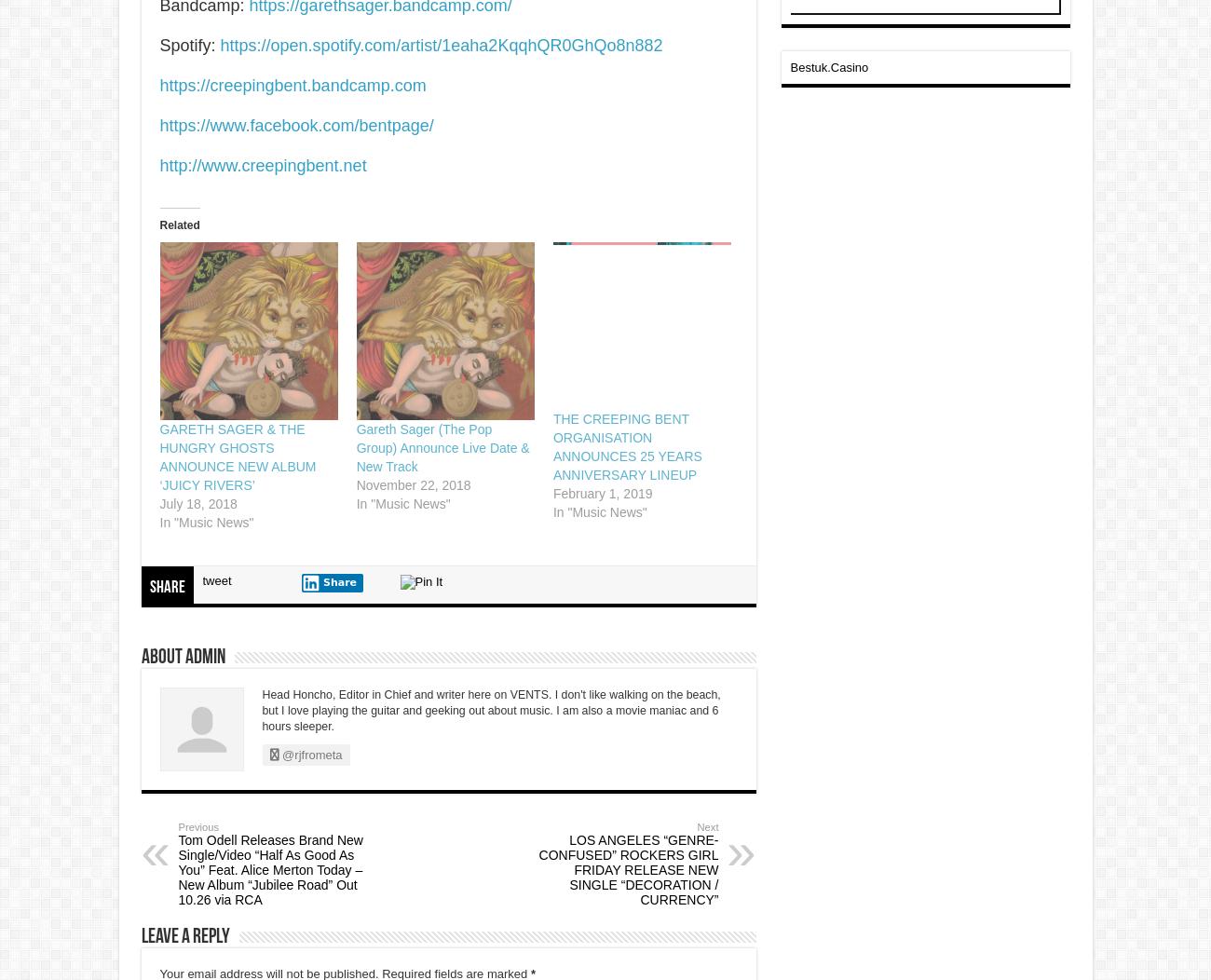 Image resolution: width=1211 pixels, height=980 pixels. I want to click on 'Head Honcho, Editor in Chief and writer here on VENTS. I don't like walking on the beach, but I love playing the guitar and geeking out about music. I am also a movie maniac and 6 hours sleeper.', so click(491, 710).